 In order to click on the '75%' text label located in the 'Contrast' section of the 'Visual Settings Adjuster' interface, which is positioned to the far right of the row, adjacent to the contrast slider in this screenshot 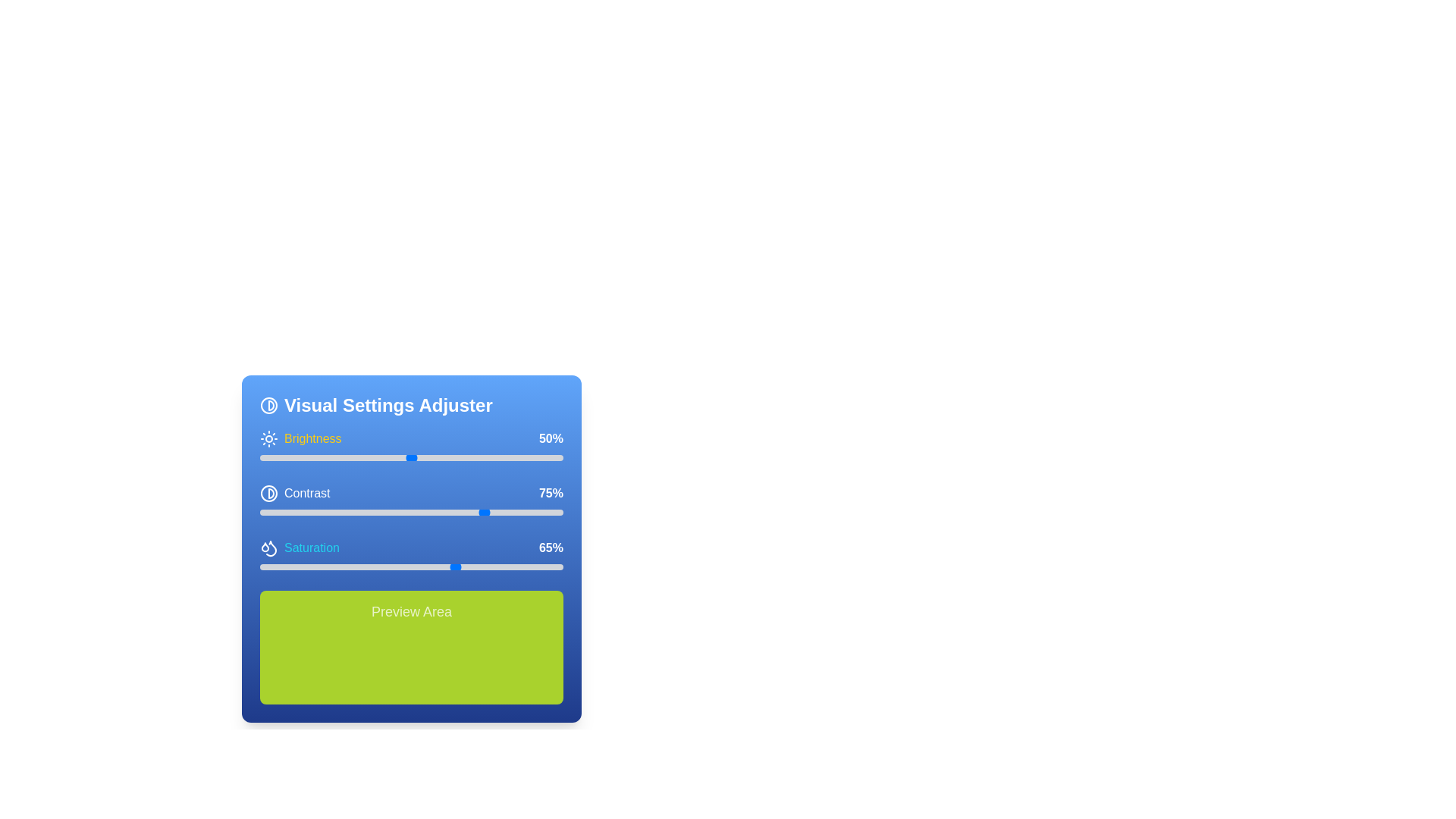, I will do `click(548, 494)`.